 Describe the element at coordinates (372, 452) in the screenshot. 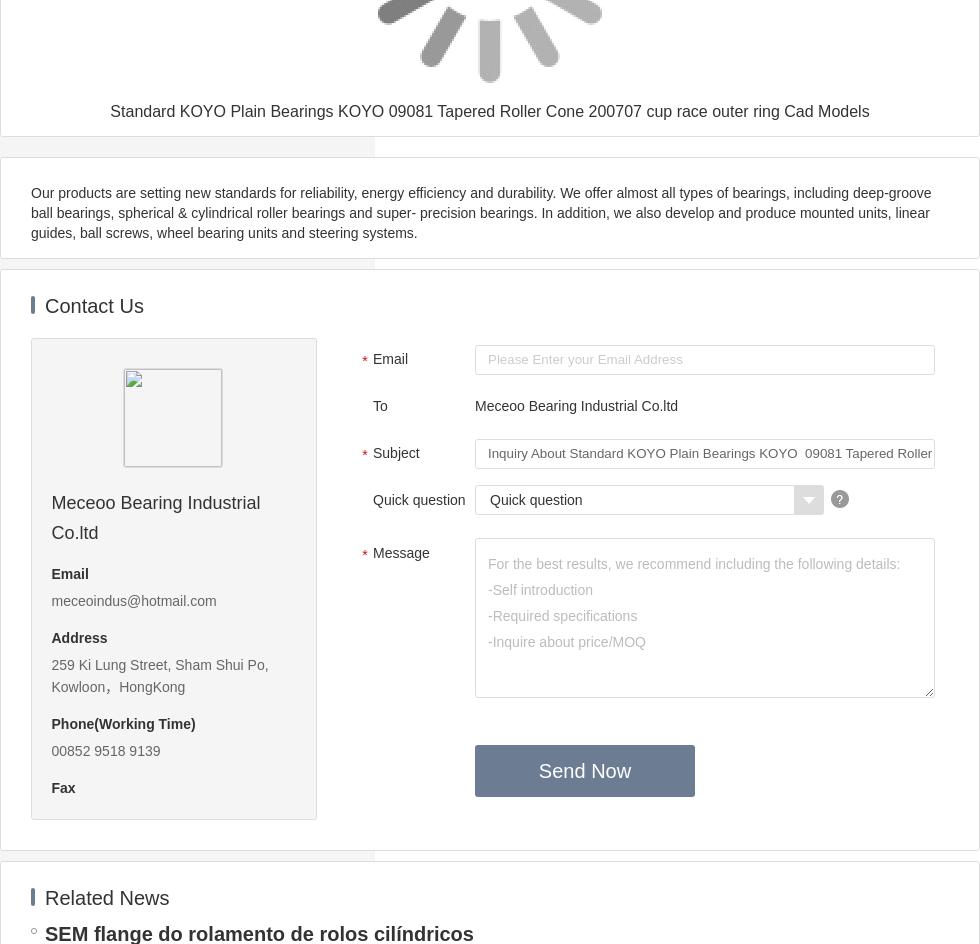

I see `'Subject'` at that location.